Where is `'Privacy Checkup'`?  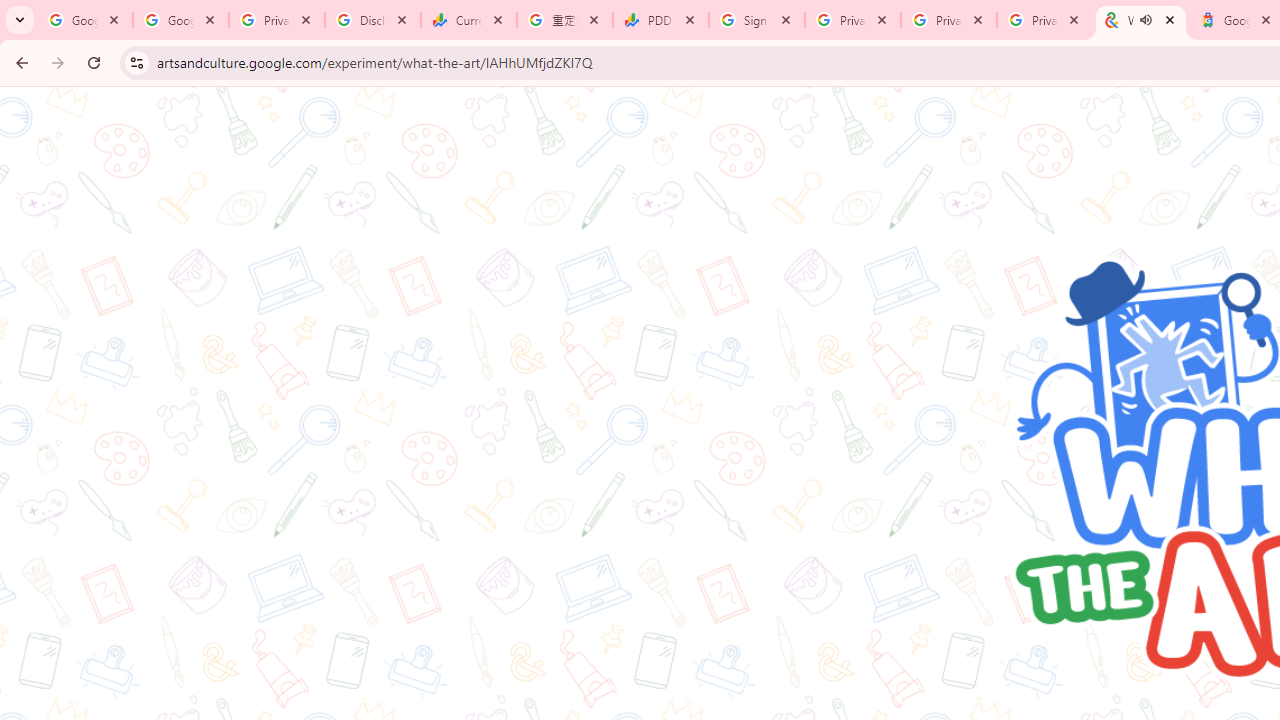 'Privacy Checkup' is located at coordinates (948, 20).